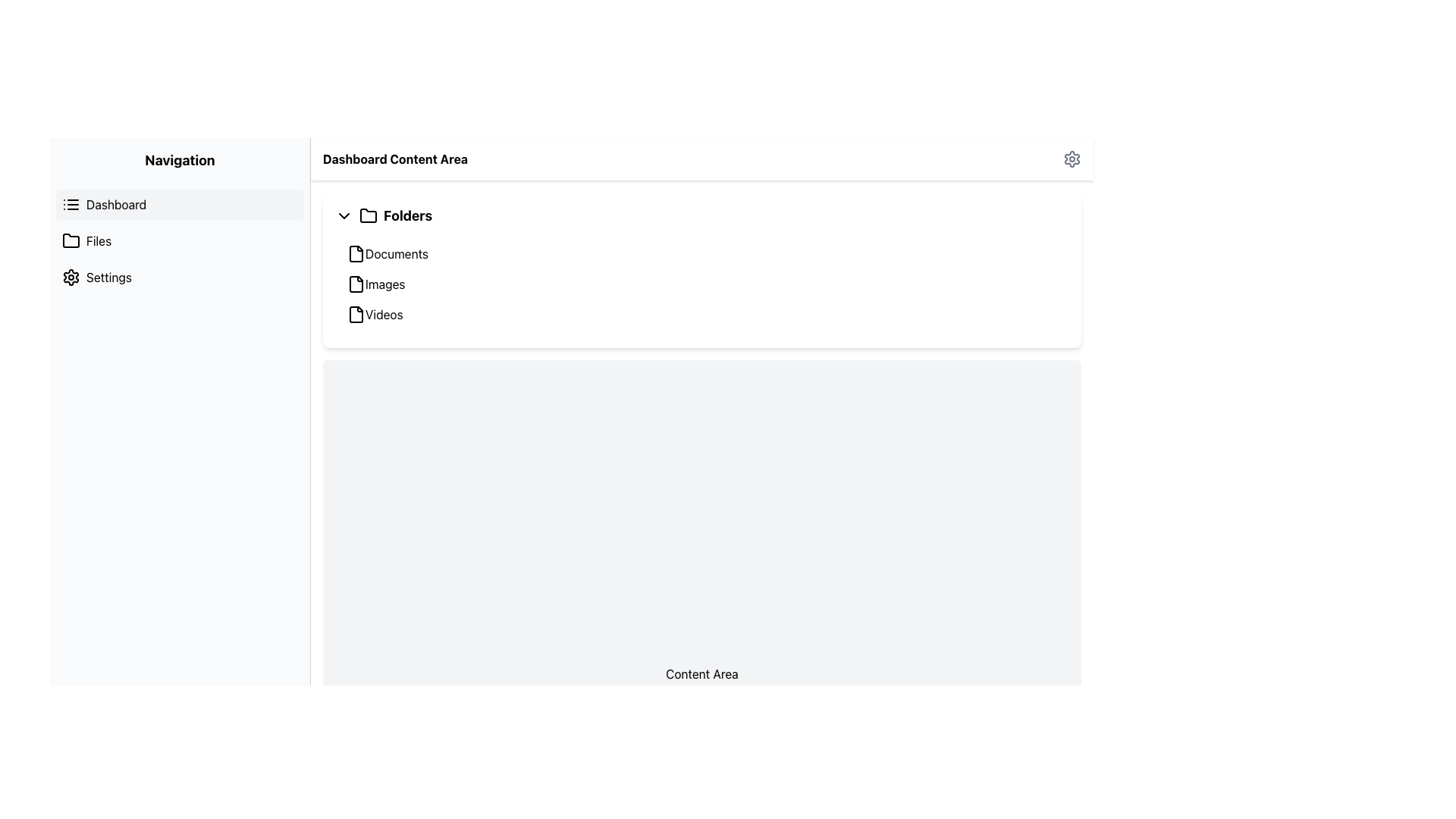 The height and width of the screenshot is (819, 1456). What do you see at coordinates (71, 278) in the screenshot?
I see `the settings icon located in the sidebar navigation under the label 'Navigation' and below the central circle` at bounding box center [71, 278].